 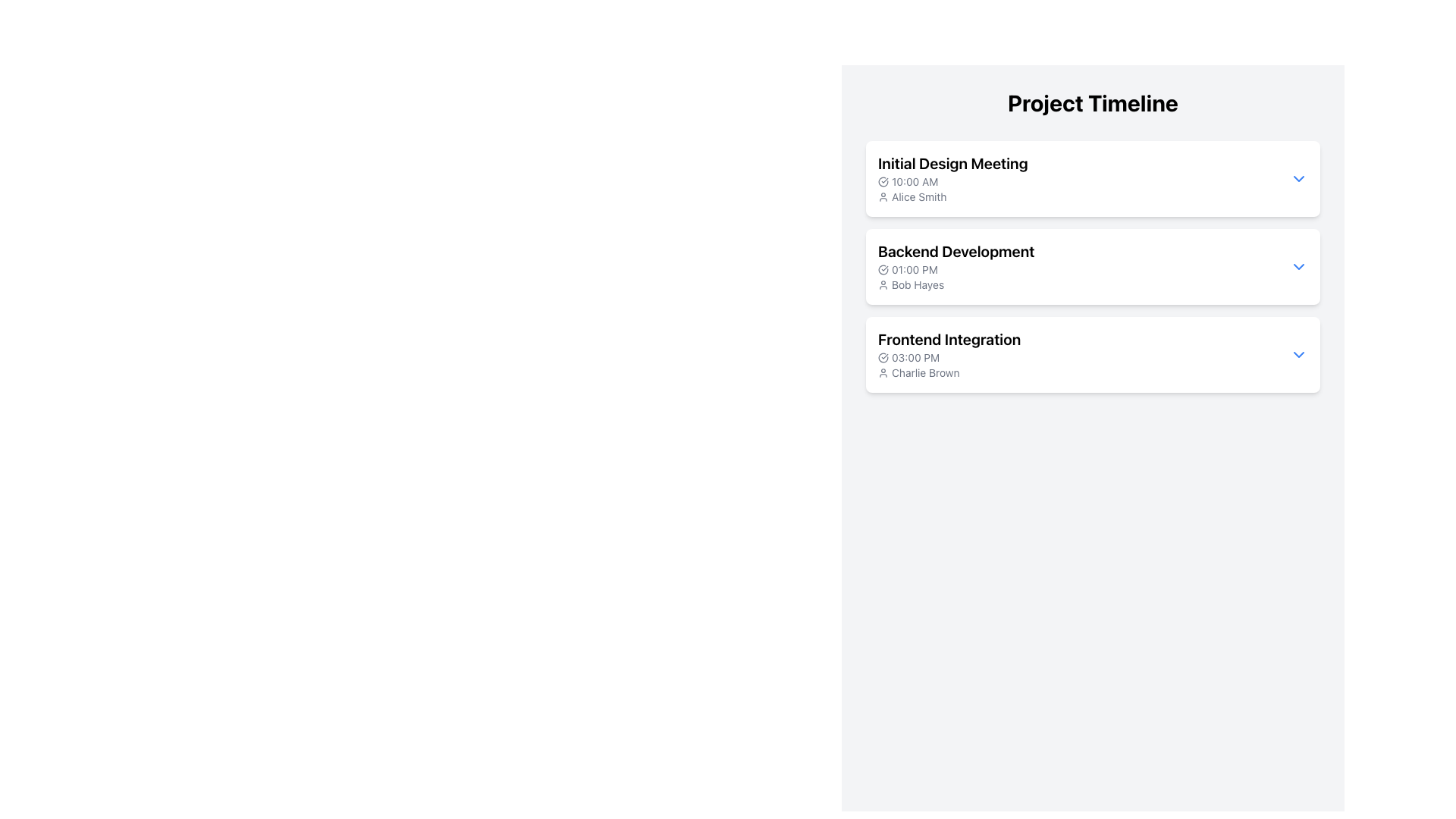 What do you see at coordinates (1093, 102) in the screenshot?
I see `the prominent textual heading that reads 'Project Timeline', which is styled in bold and large font and is centrally aligned at the top of the section` at bounding box center [1093, 102].